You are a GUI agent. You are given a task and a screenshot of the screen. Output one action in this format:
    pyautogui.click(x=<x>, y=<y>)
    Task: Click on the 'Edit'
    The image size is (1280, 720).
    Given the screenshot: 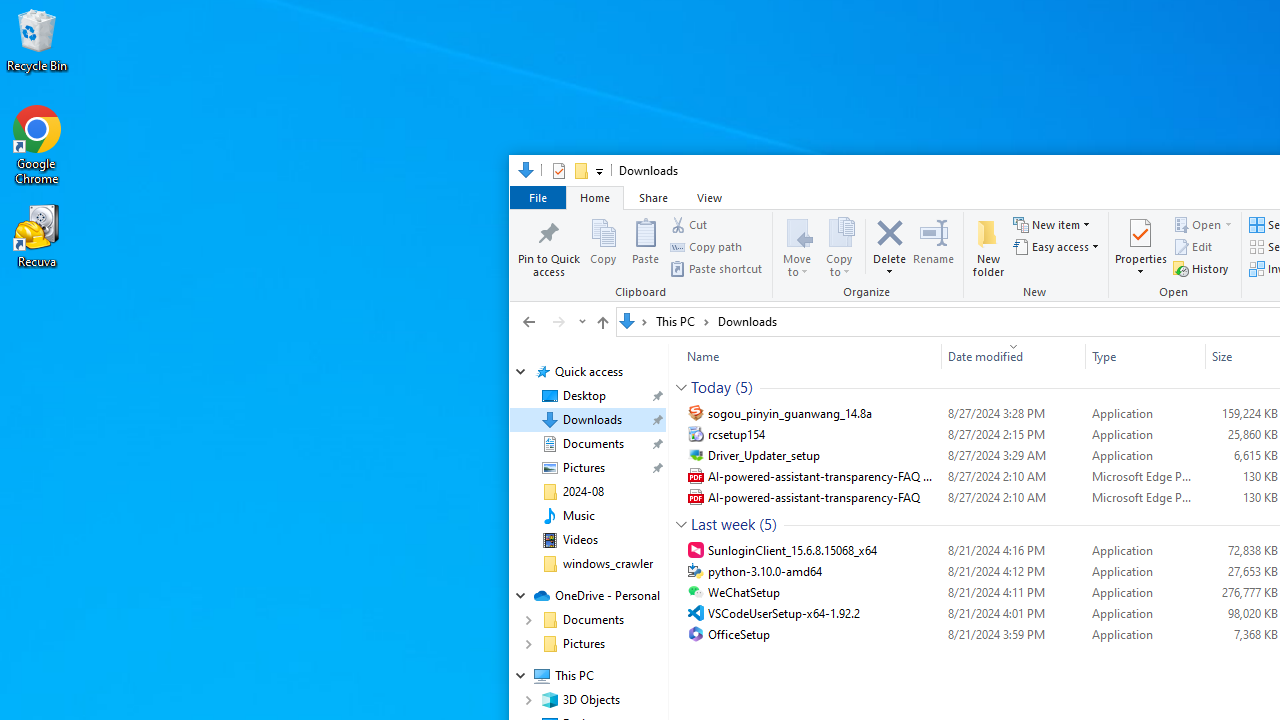 What is the action you would take?
    pyautogui.click(x=1192, y=245)
    